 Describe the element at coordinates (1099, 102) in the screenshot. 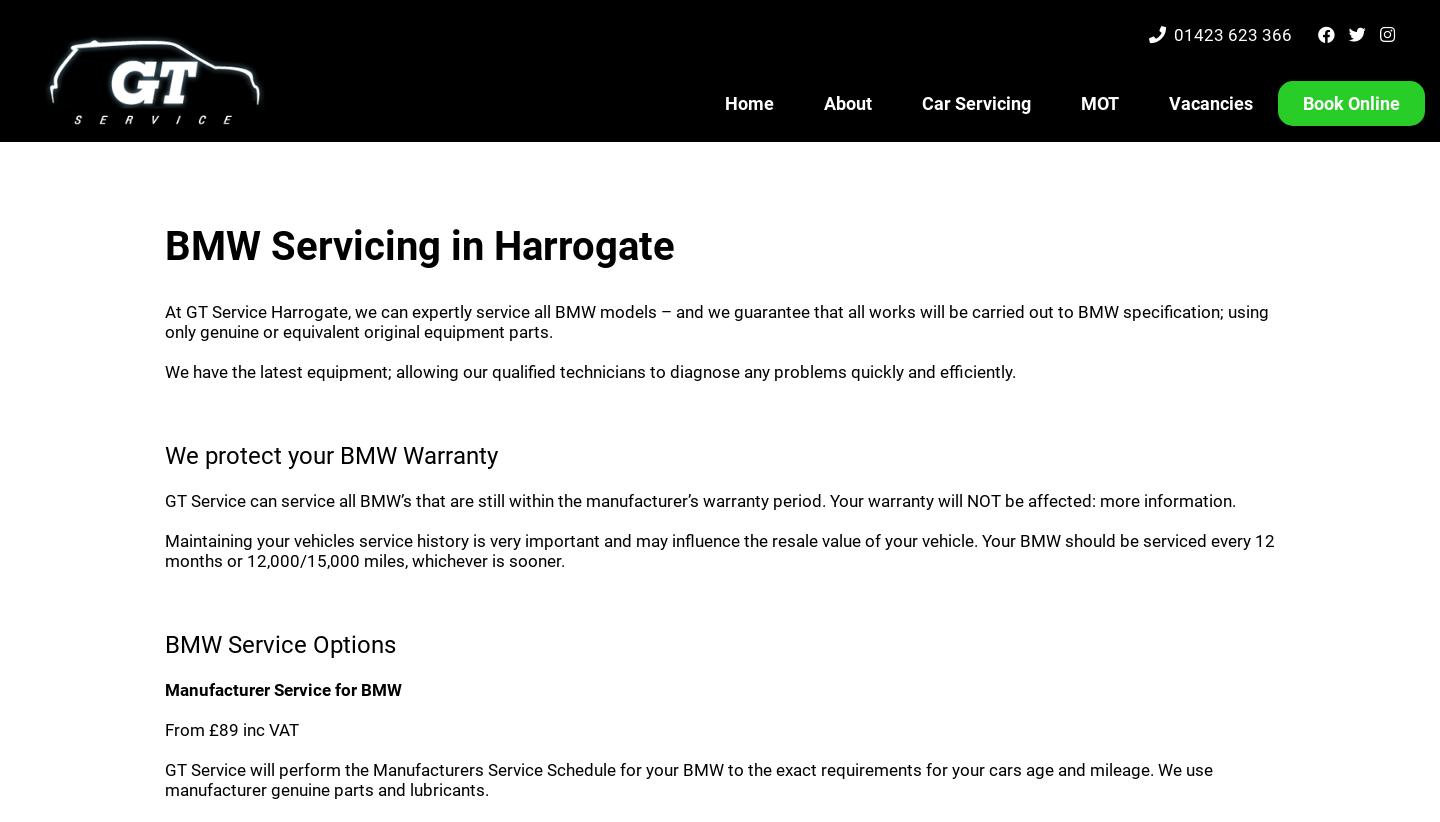

I see `'MOT'` at that location.